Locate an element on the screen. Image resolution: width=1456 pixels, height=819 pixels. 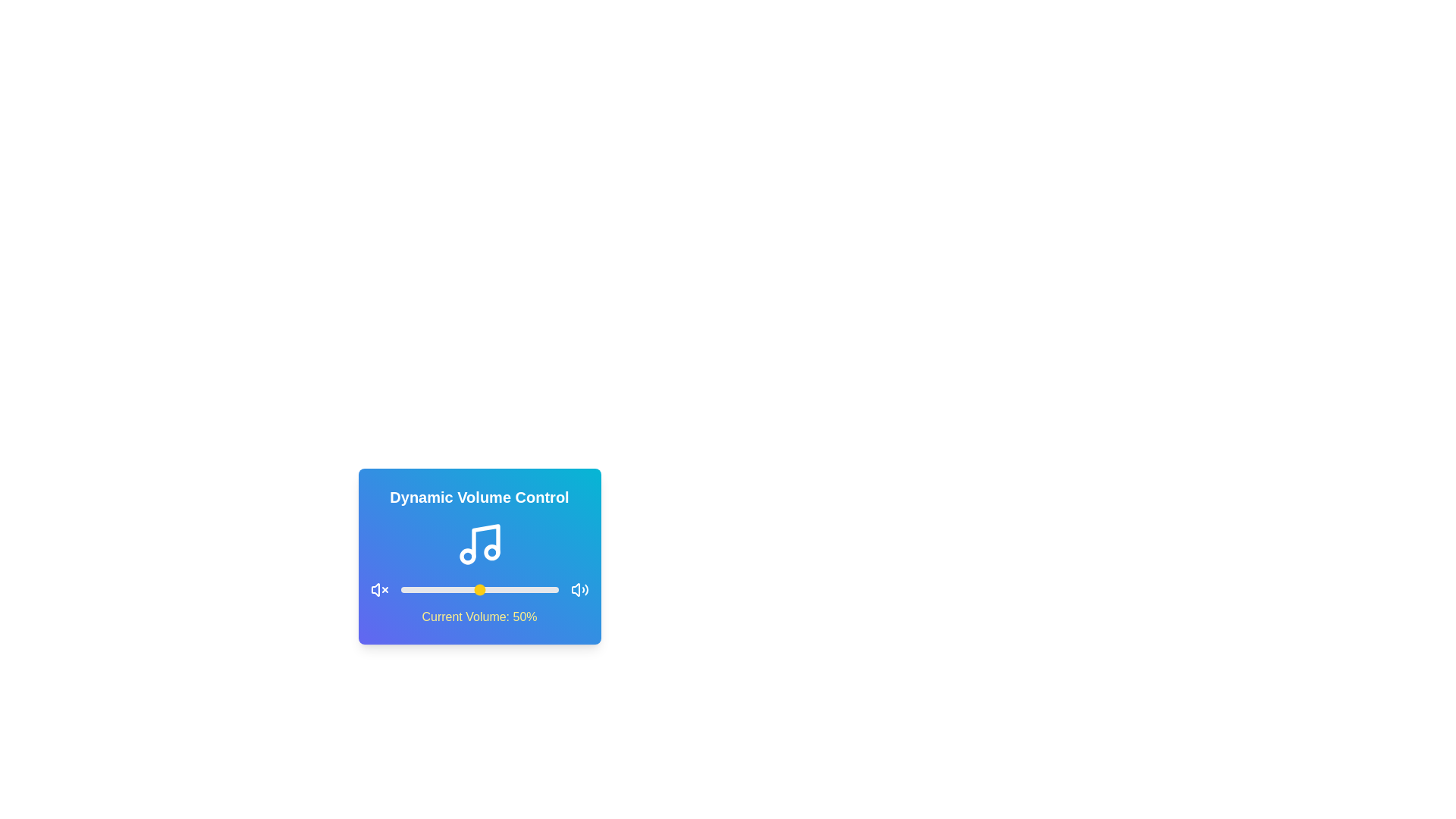
the volume to 12% by adjusting the slider is located at coordinates (419, 589).